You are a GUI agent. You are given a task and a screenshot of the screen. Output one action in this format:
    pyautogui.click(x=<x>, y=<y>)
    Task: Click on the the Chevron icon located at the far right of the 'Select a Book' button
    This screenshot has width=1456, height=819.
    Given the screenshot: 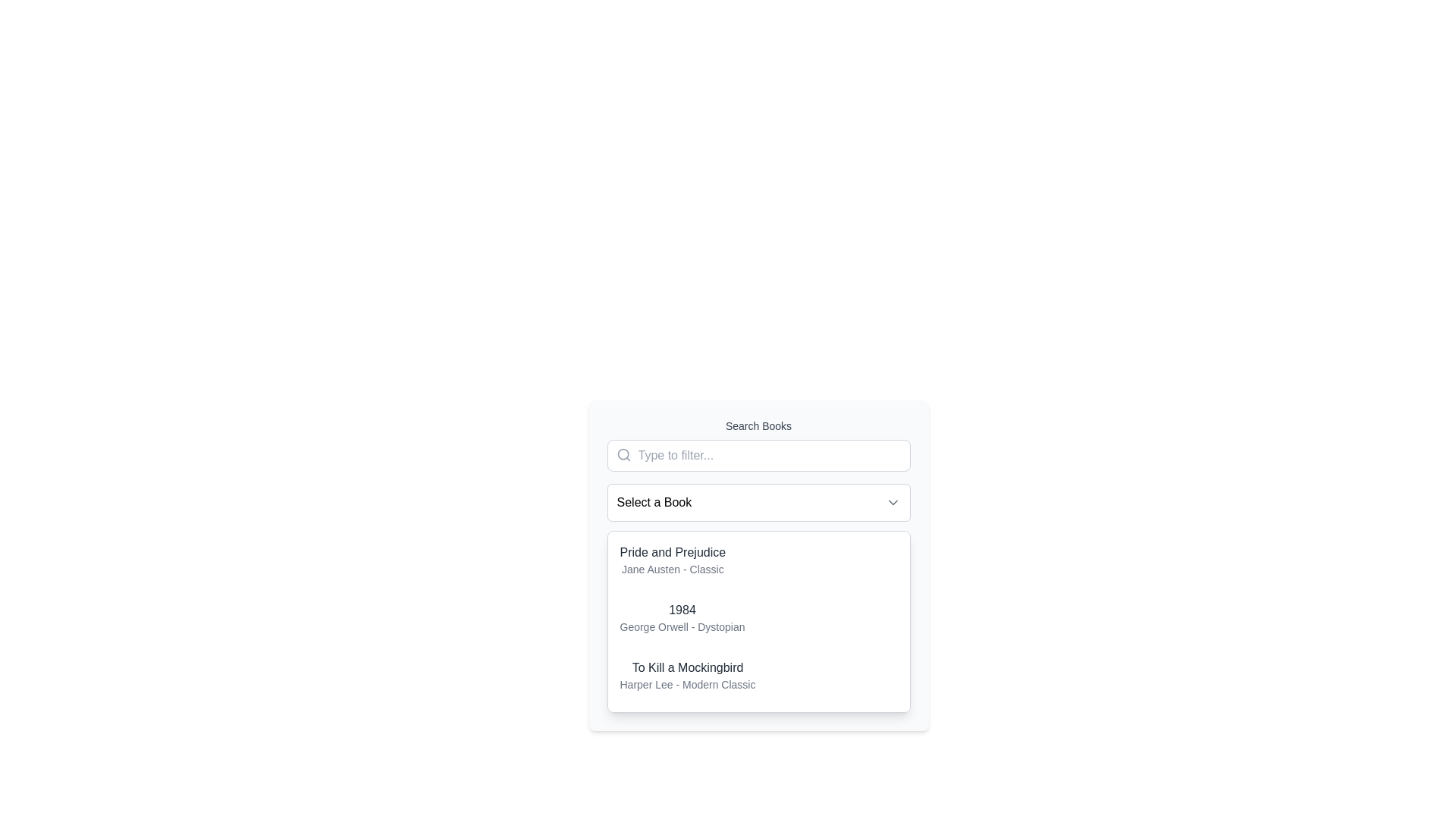 What is the action you would take?
    pyautogui.click(x=893, y=503)
    